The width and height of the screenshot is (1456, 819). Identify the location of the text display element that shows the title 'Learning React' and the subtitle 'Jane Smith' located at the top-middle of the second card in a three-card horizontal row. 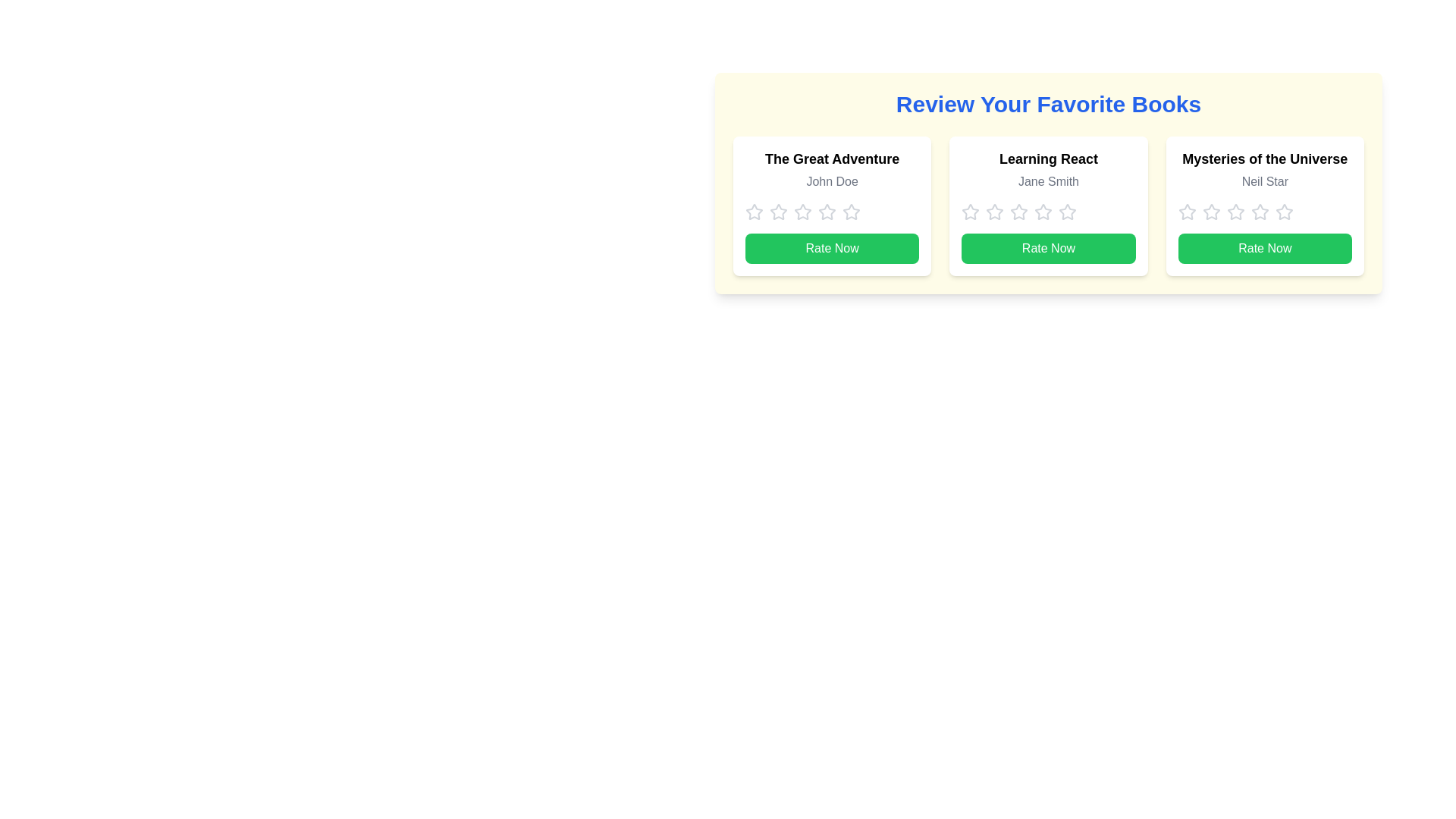
(1047, 171).